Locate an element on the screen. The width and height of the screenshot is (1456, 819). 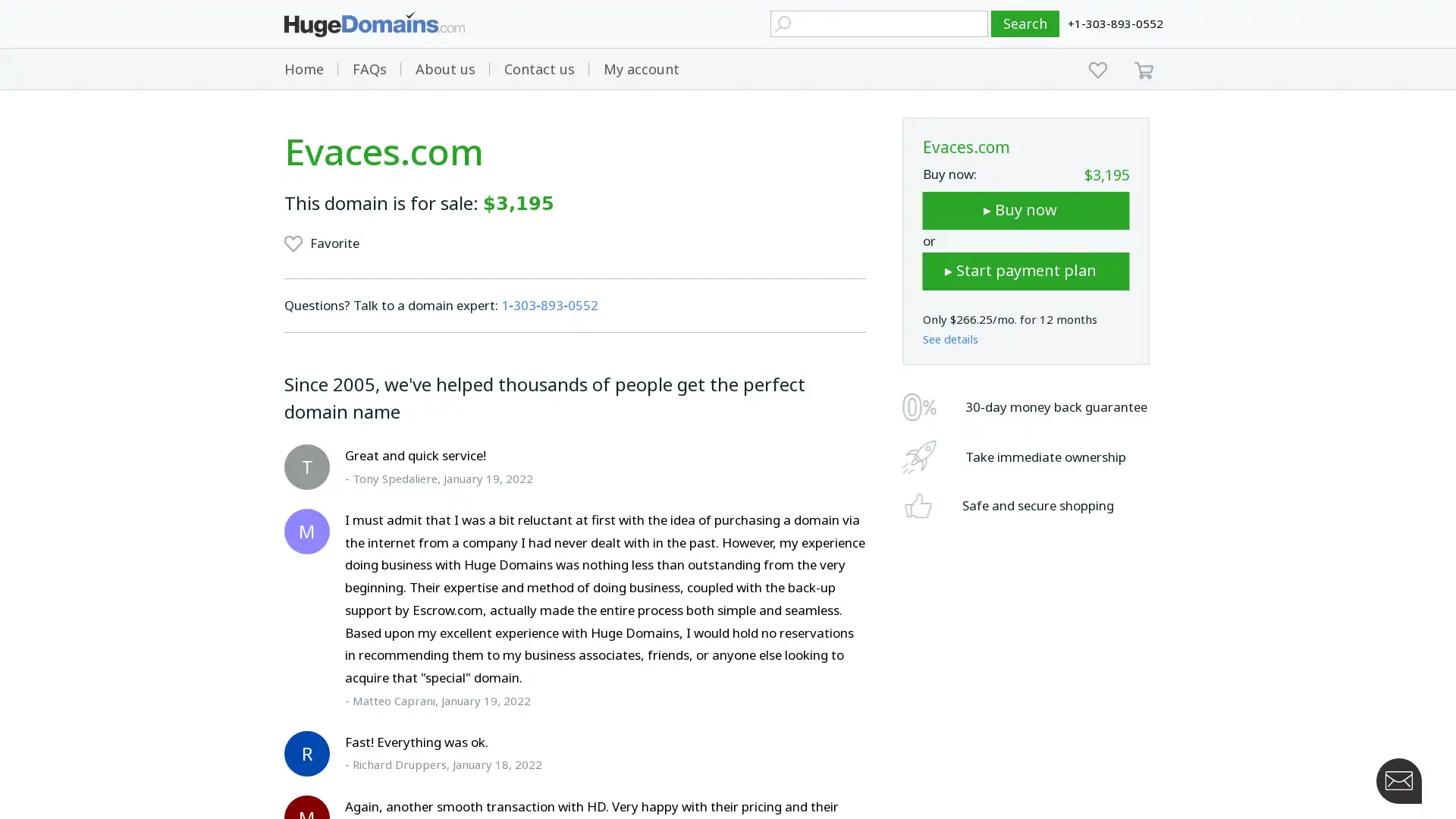
Search is located at coordinates (1025, 24).